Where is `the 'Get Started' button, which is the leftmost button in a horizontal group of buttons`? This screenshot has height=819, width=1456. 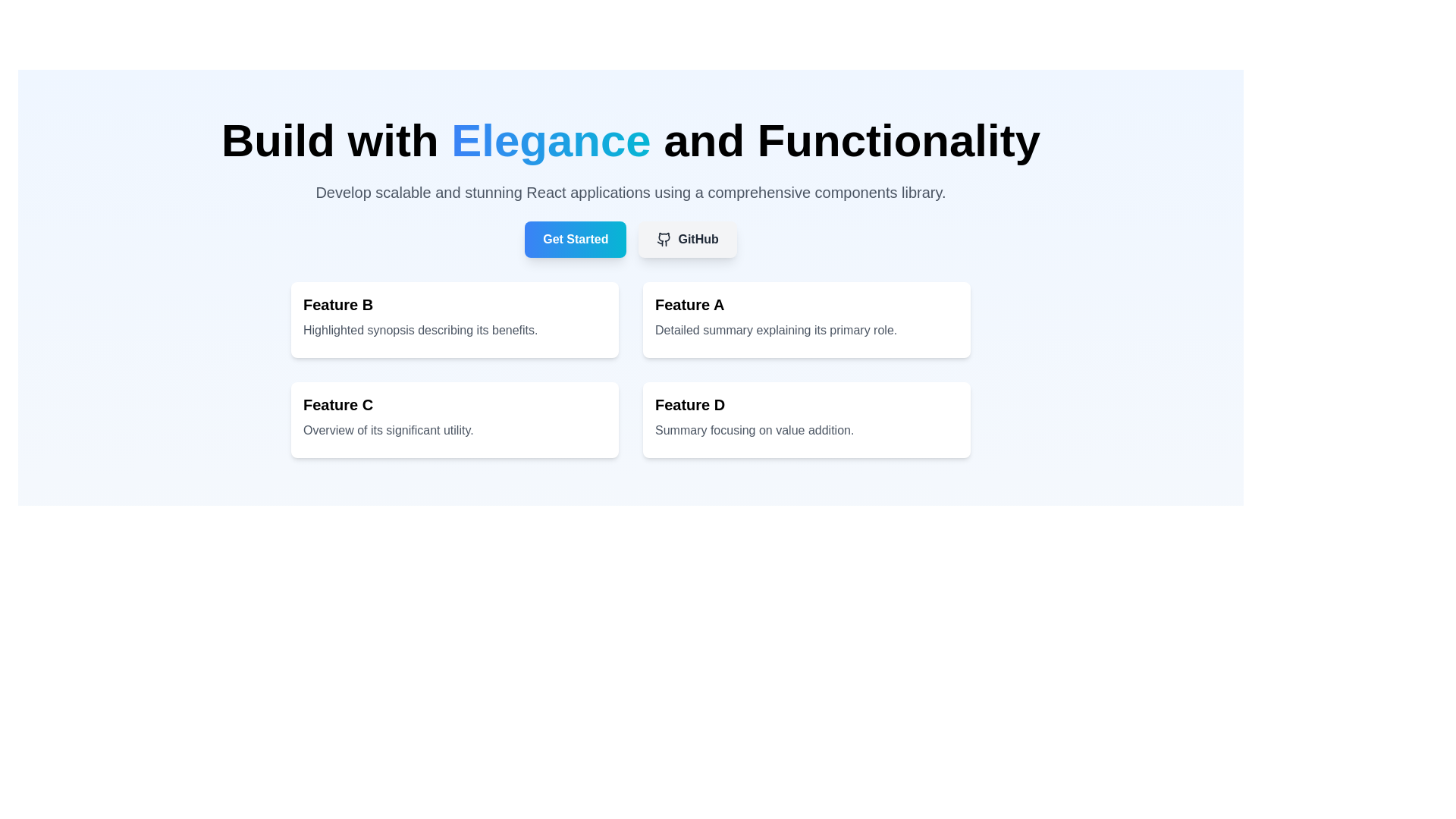
the 'Get Started' button, which is the leftmost button in a horizontal group of buttons is located at coordinates (575, 239).